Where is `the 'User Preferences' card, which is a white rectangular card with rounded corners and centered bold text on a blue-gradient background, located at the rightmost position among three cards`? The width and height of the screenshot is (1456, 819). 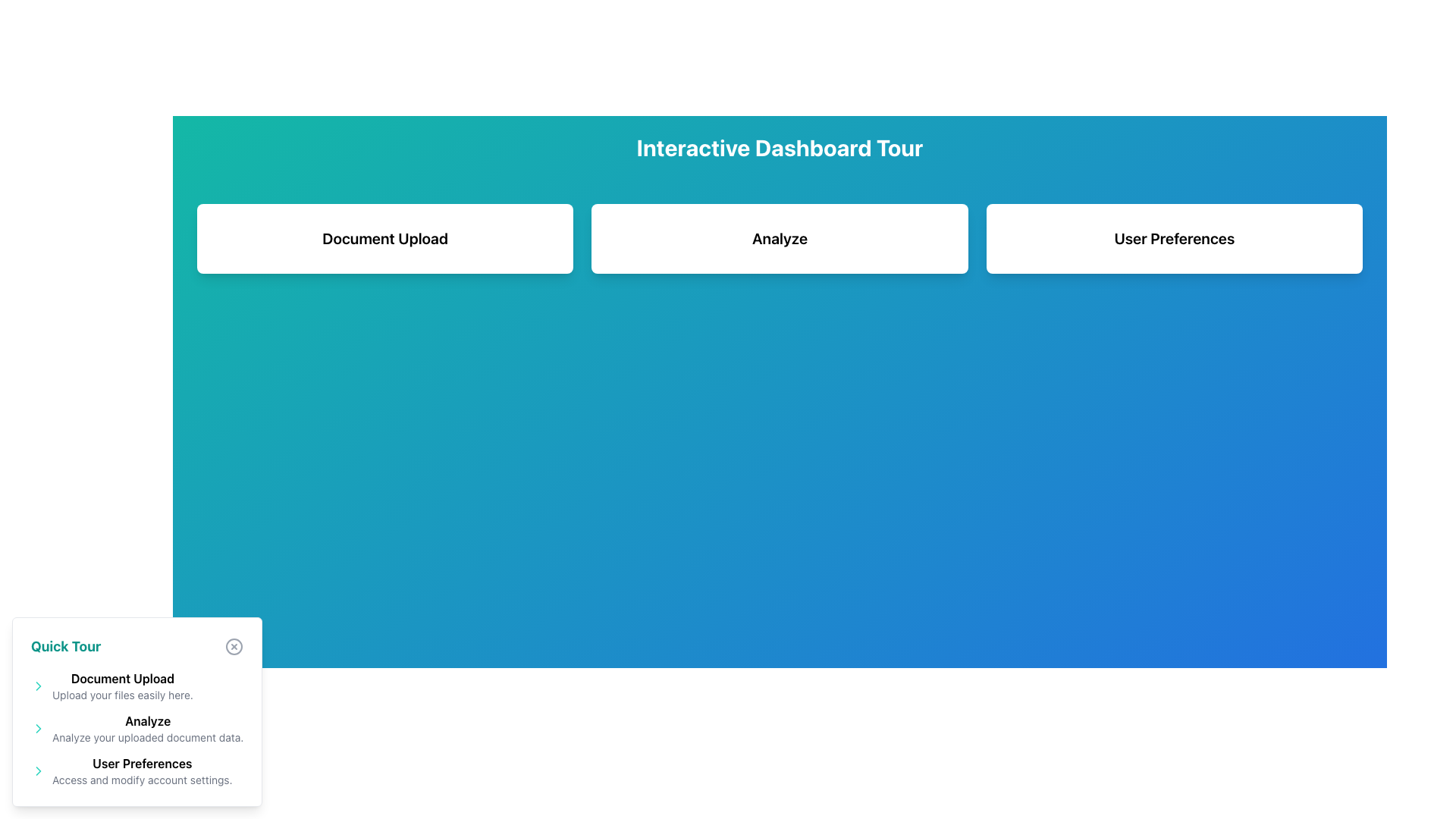
the 'User Preferences' card, which is a white rectangular card with rounded corners and centered bold text on a blue-gradient background, located at the rightmost position among three cards is located at coordinates (1173, 239).